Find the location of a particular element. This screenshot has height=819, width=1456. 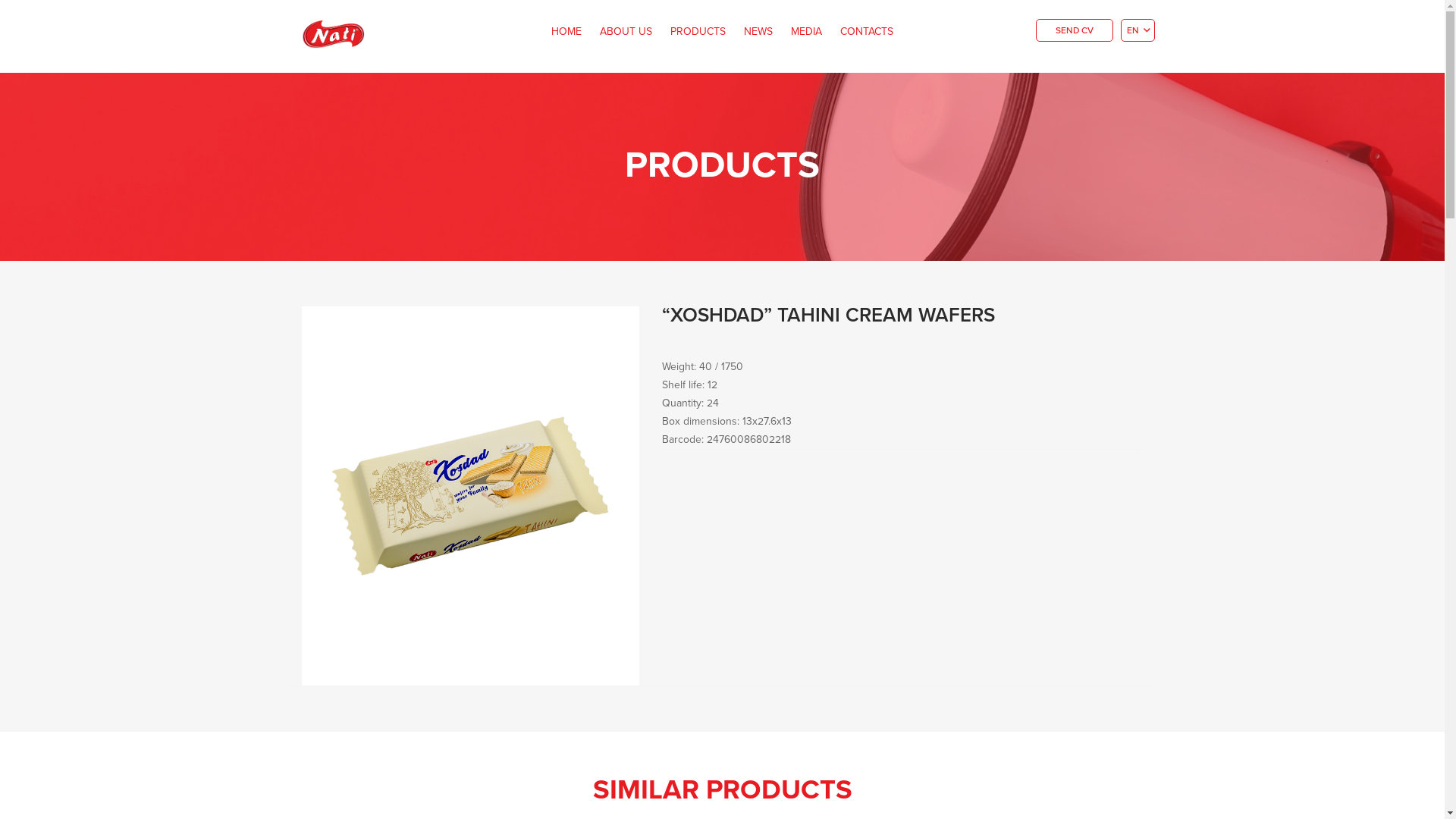

'HOME' is located at coordinates (543, 32).